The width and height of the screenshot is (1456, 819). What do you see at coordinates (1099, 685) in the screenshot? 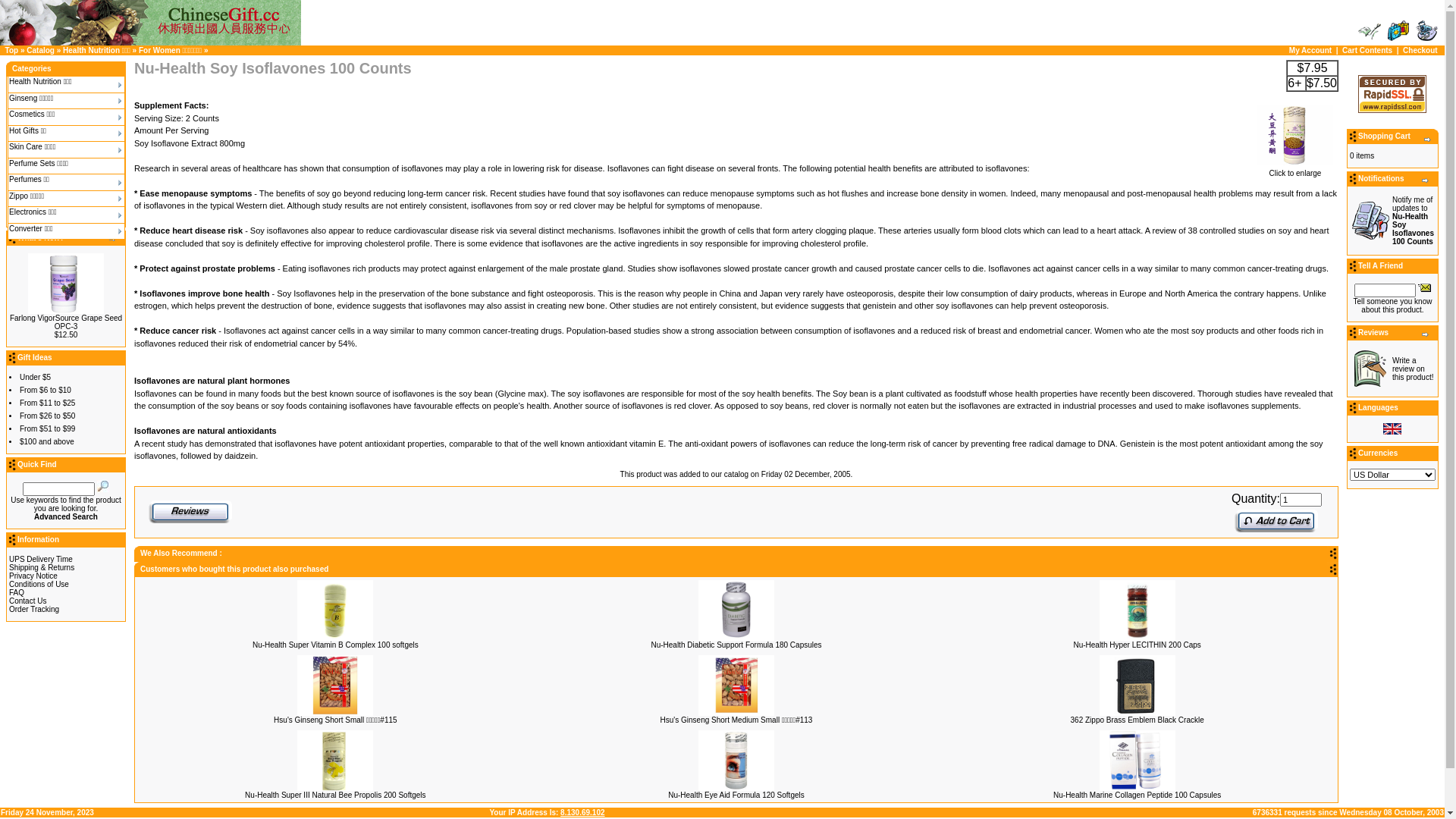
I see `' 362 Zippo Brass Emblem Black Crackle '` at bounding box center [1099, 685].